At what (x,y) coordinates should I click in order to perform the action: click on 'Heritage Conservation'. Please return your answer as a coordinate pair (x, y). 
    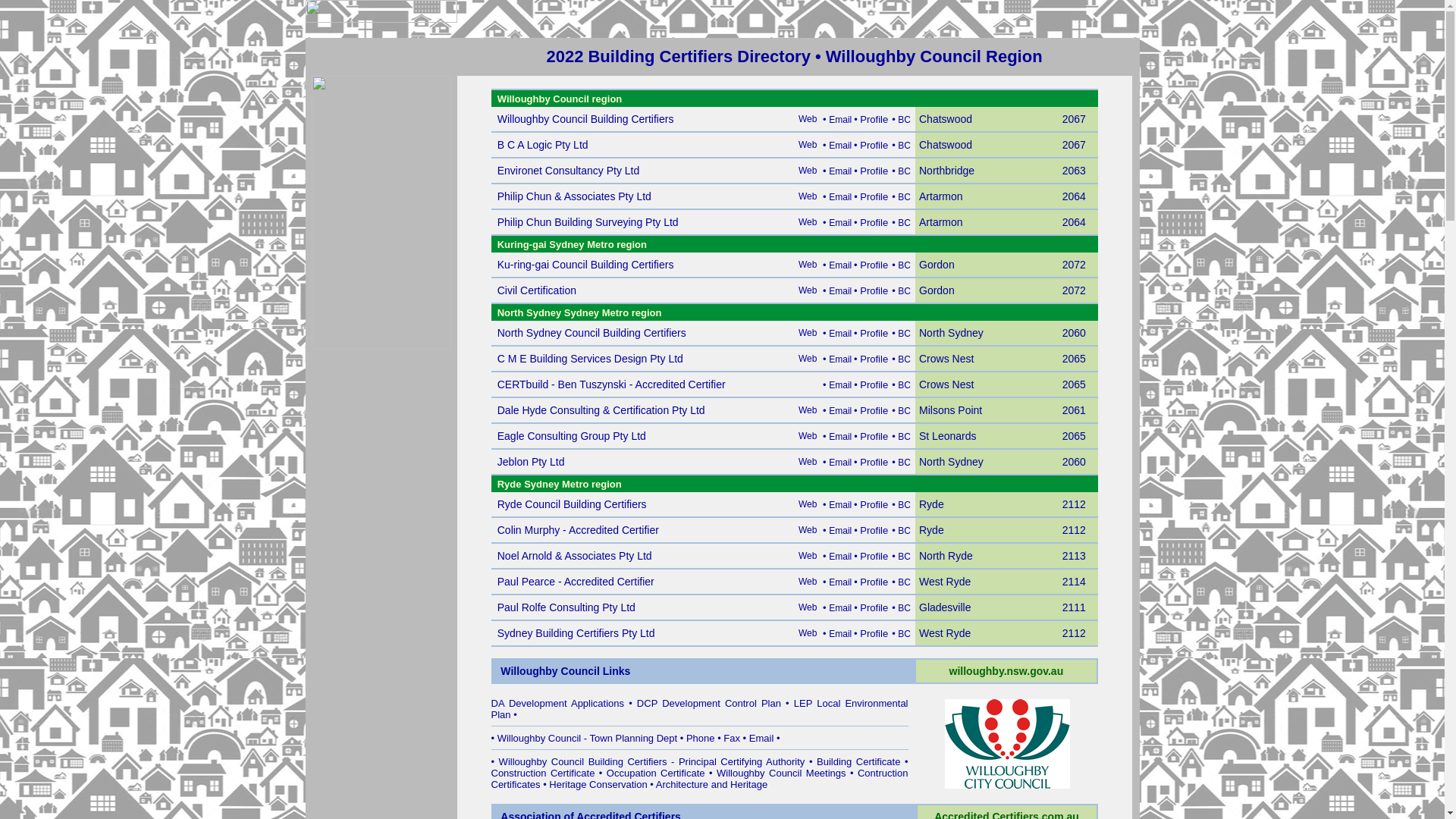
    Looking at the image, I should click on (597, 784).